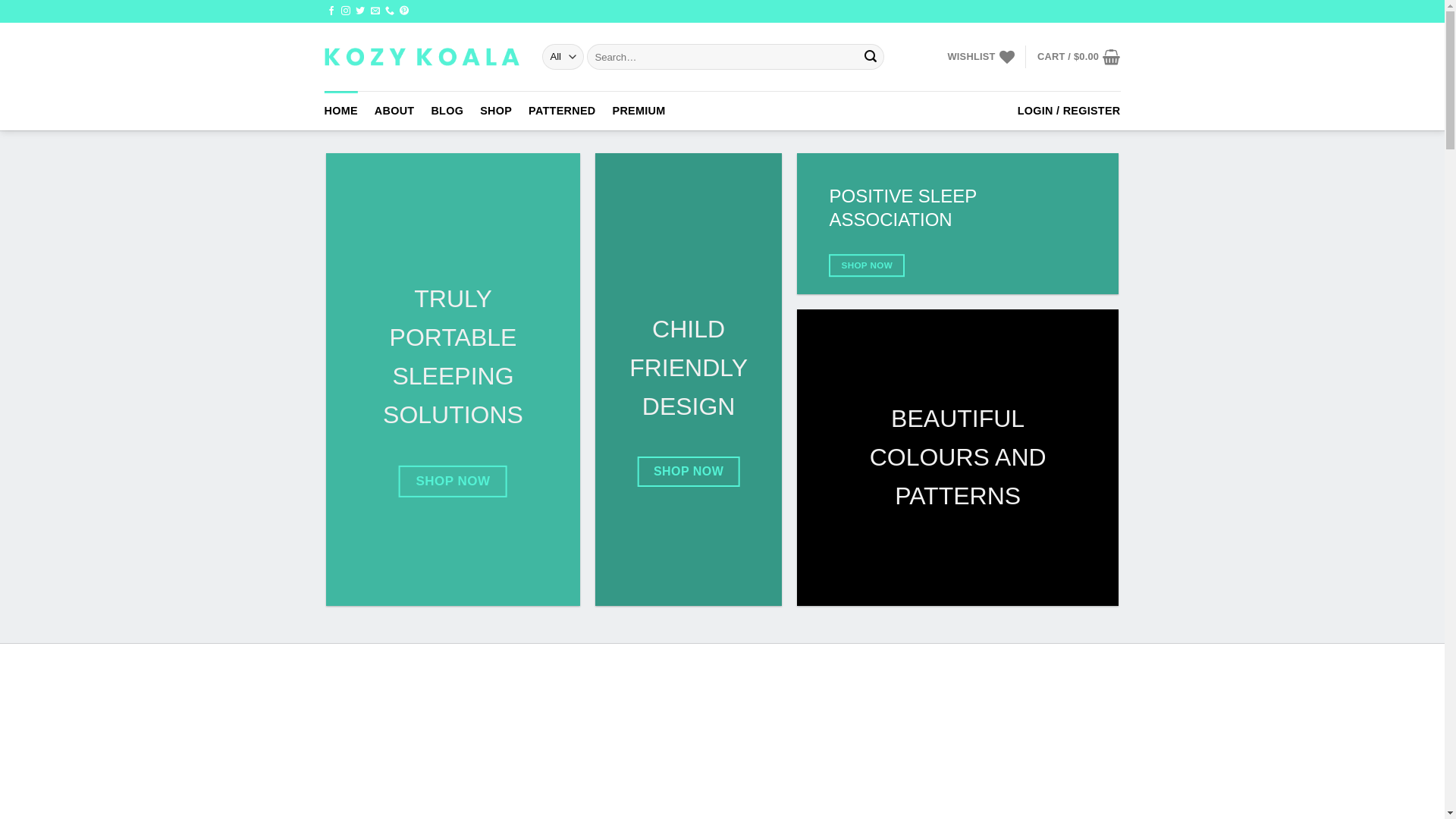 This screenshot has width=1456, height=819. What do you see at coordinates (375, 11) in the screenshot?
I see `'Send us an email'` at bounding box center [375, 11].